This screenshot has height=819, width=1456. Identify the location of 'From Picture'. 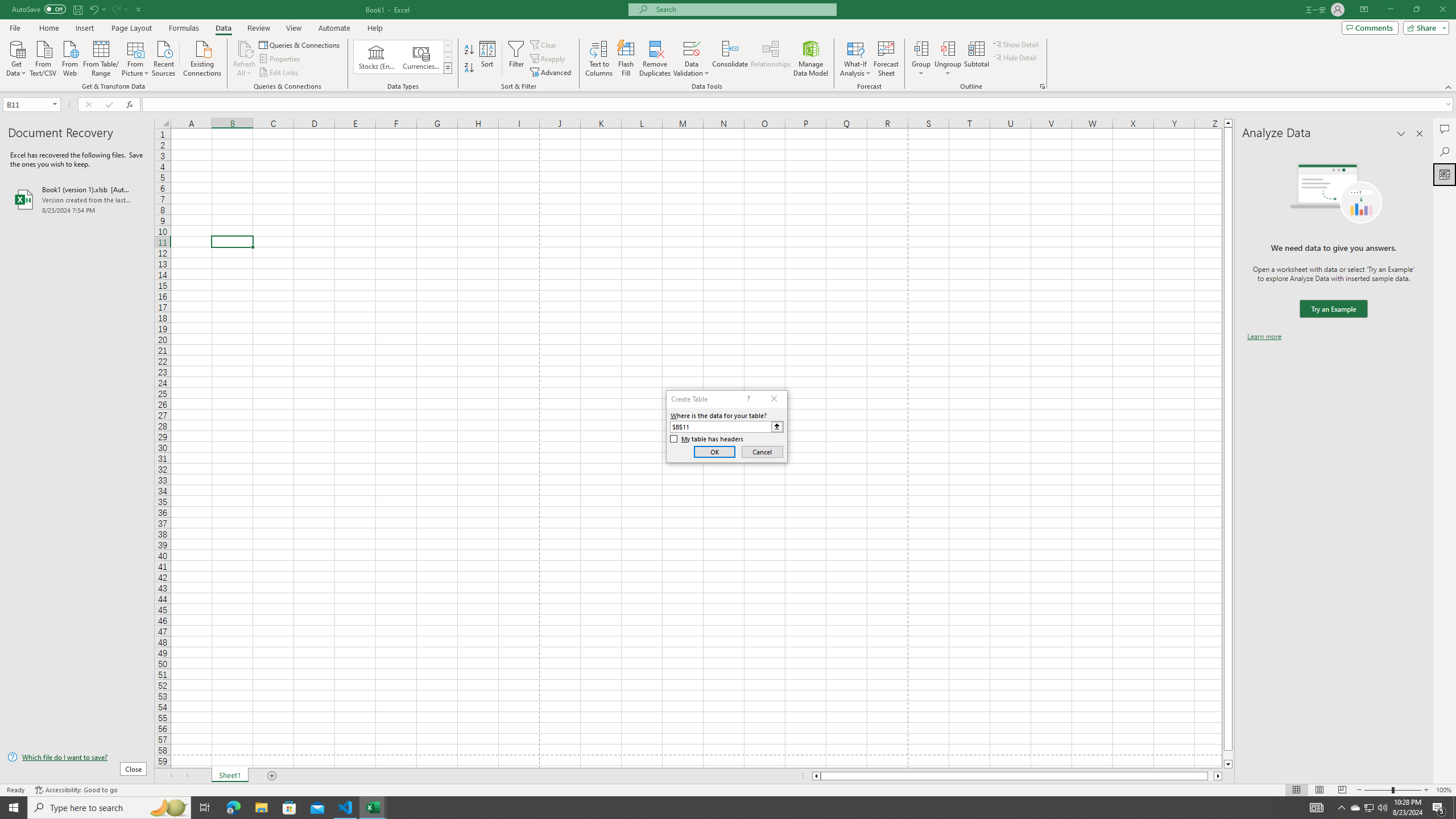
(136, 57).